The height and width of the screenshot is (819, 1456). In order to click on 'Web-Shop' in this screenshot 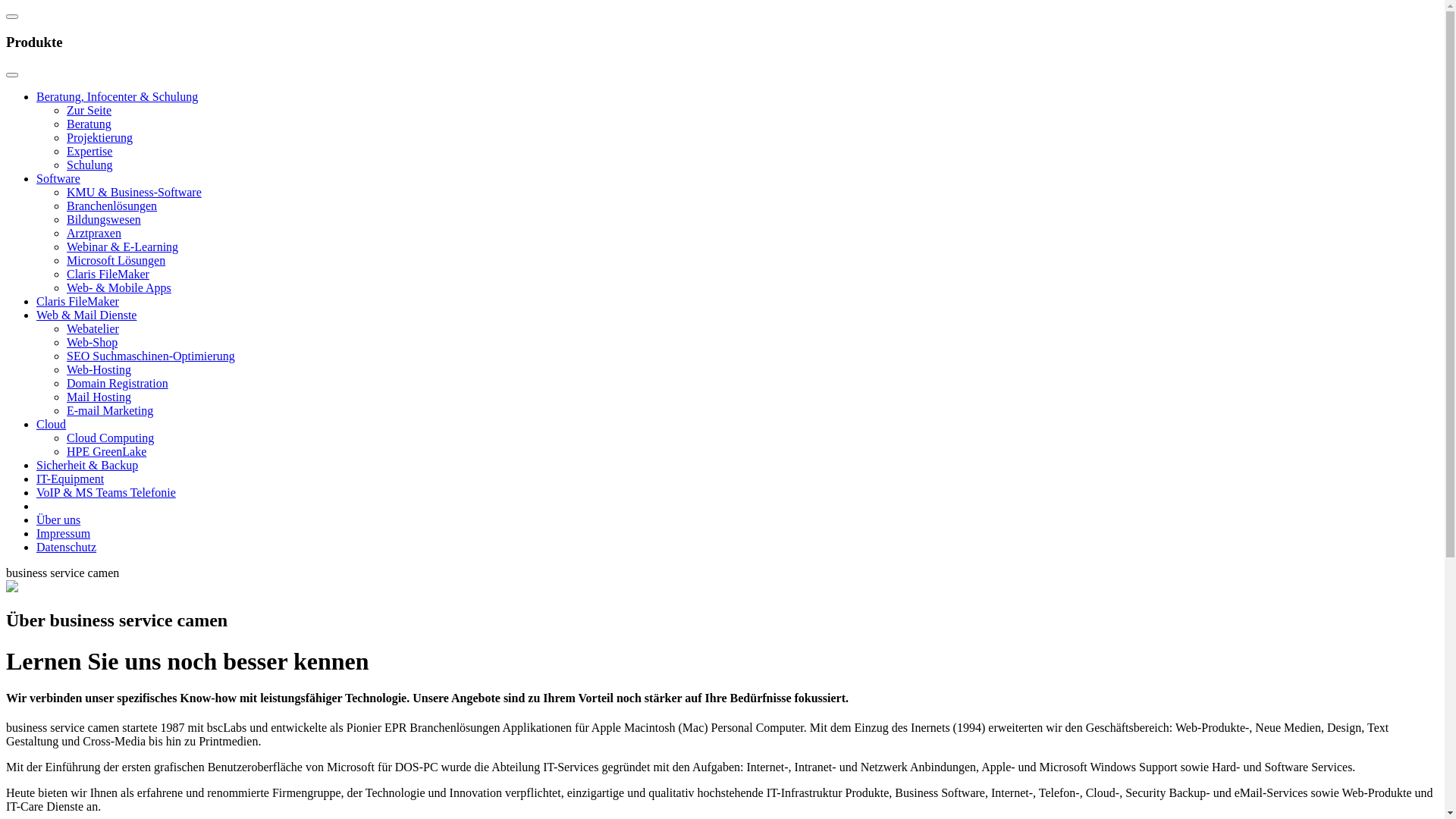, I will do `click(91, 342)`.